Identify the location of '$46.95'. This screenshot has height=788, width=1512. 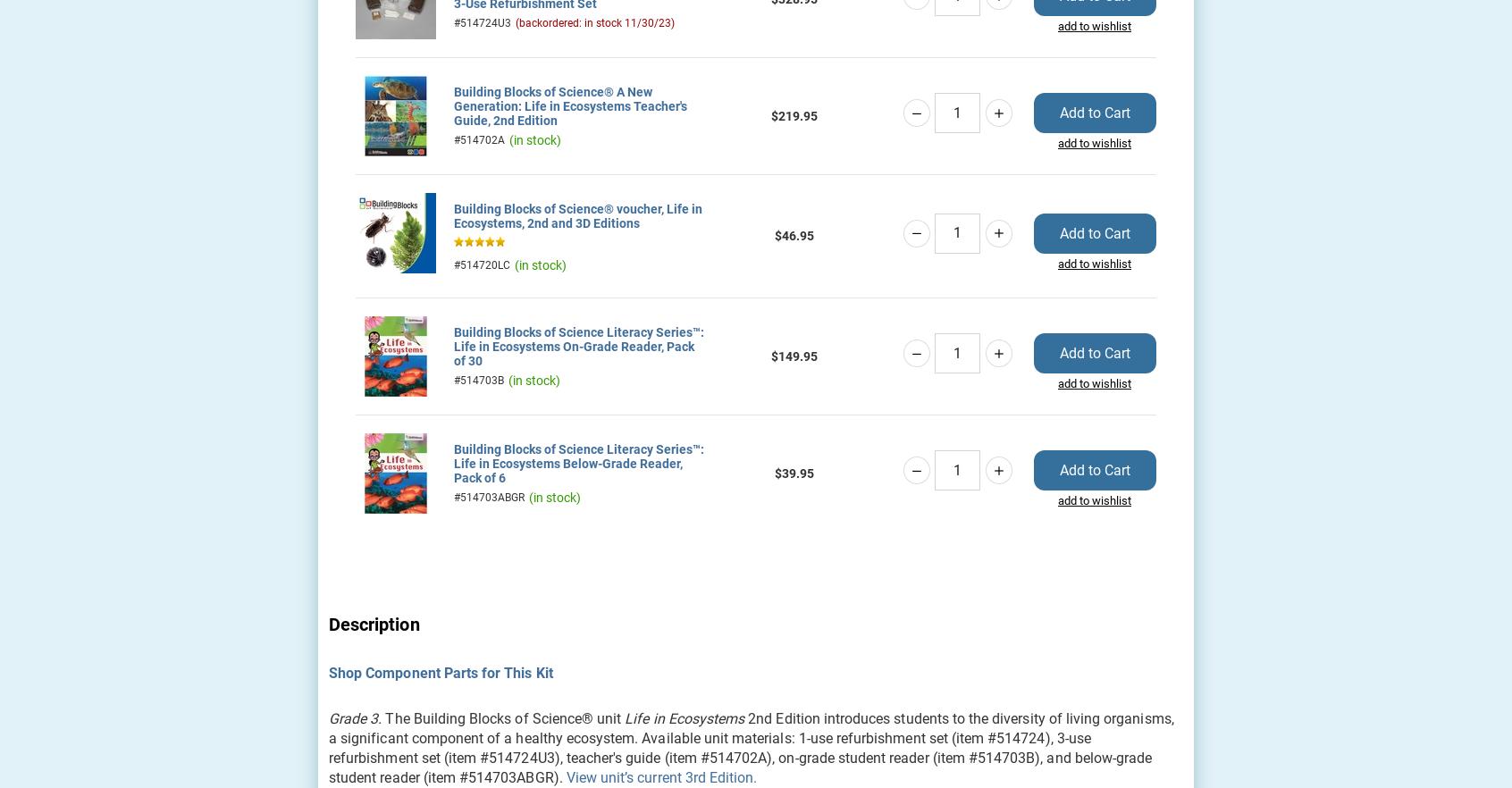
(793, 235).